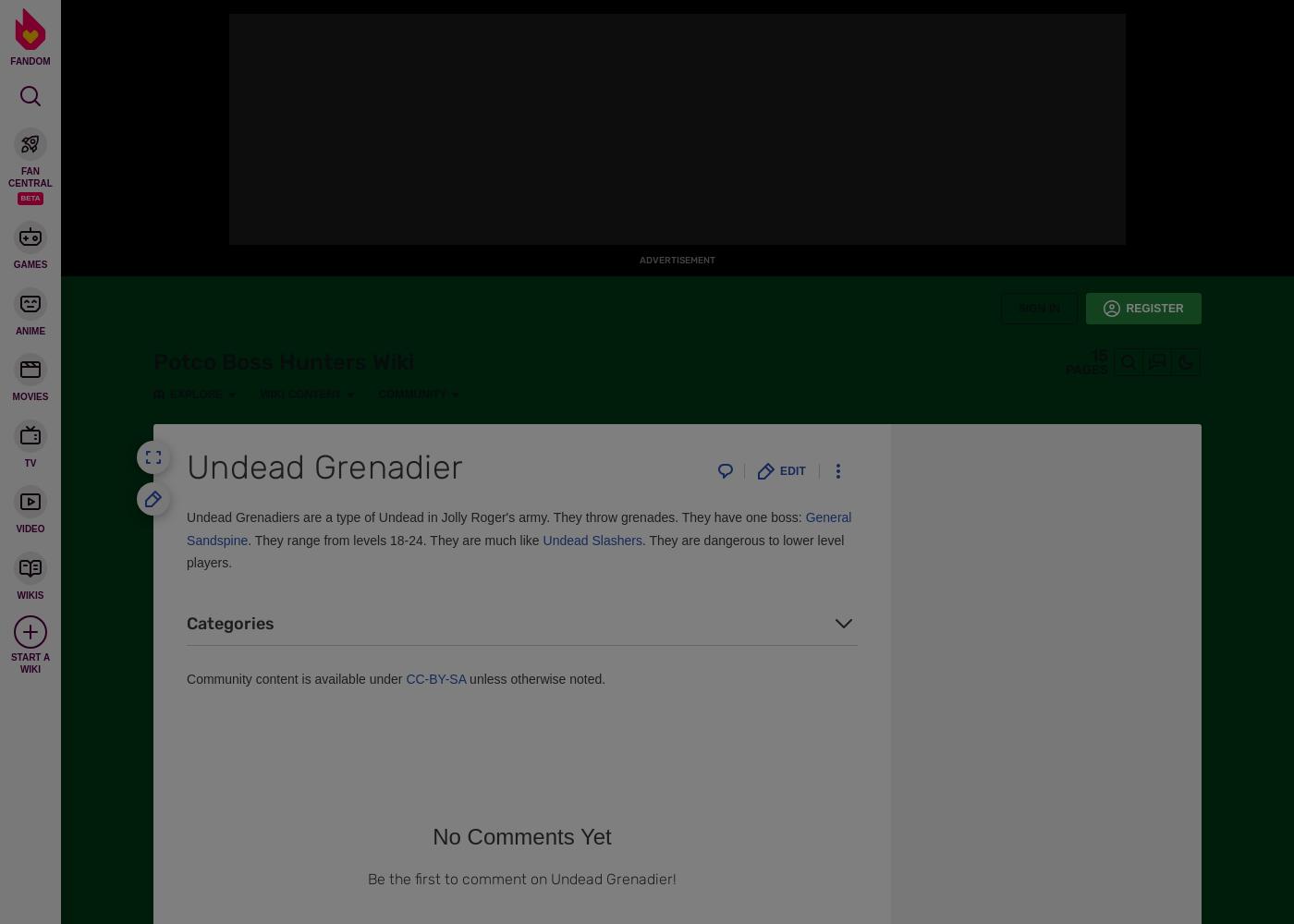  What do you see at coordinates (230, 623) in the screenshot?
I see `'Categories'` at bounding box center [230, 623].